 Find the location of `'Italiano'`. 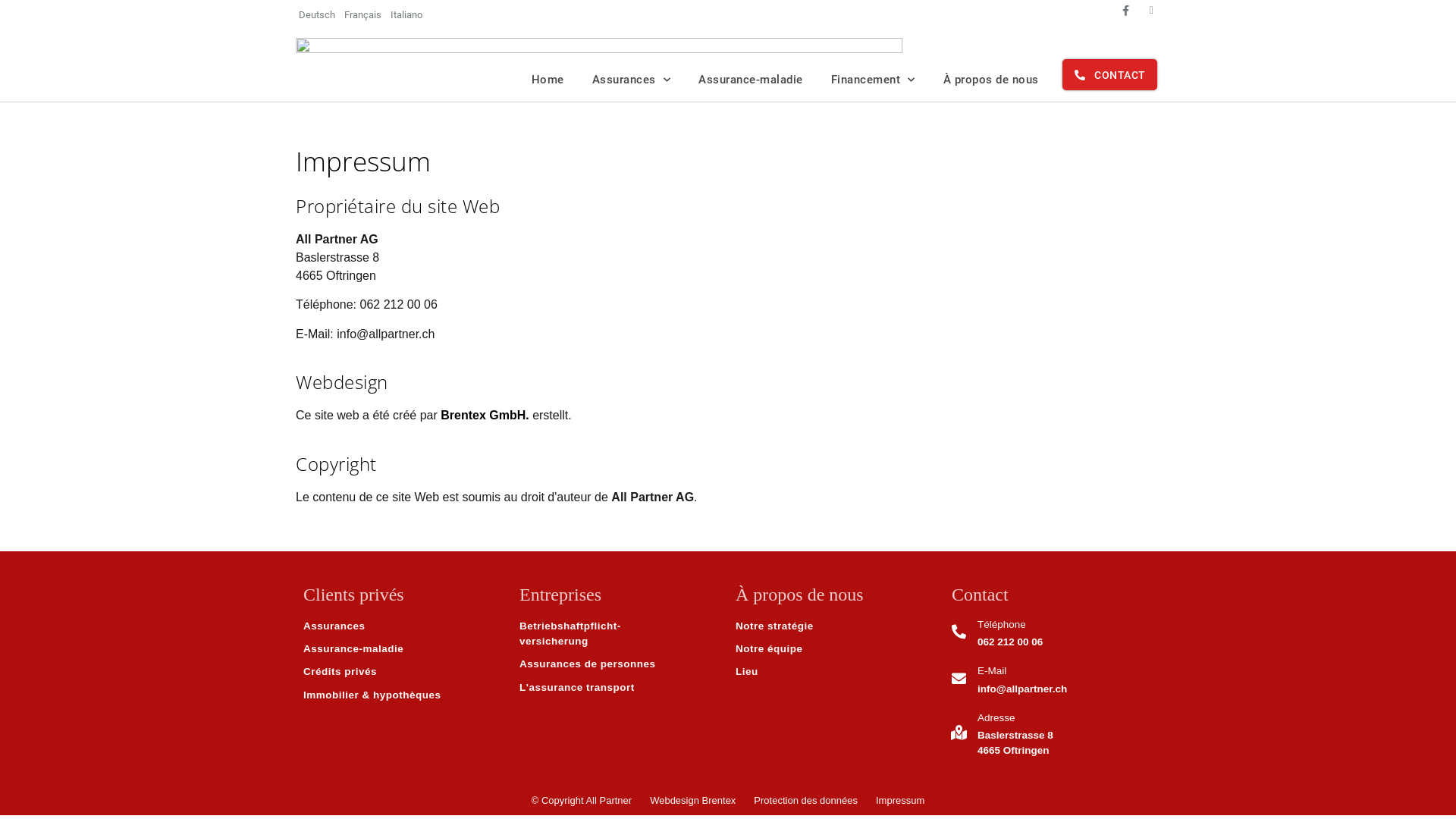

'Italiano' is located at coordinates (406, 14).